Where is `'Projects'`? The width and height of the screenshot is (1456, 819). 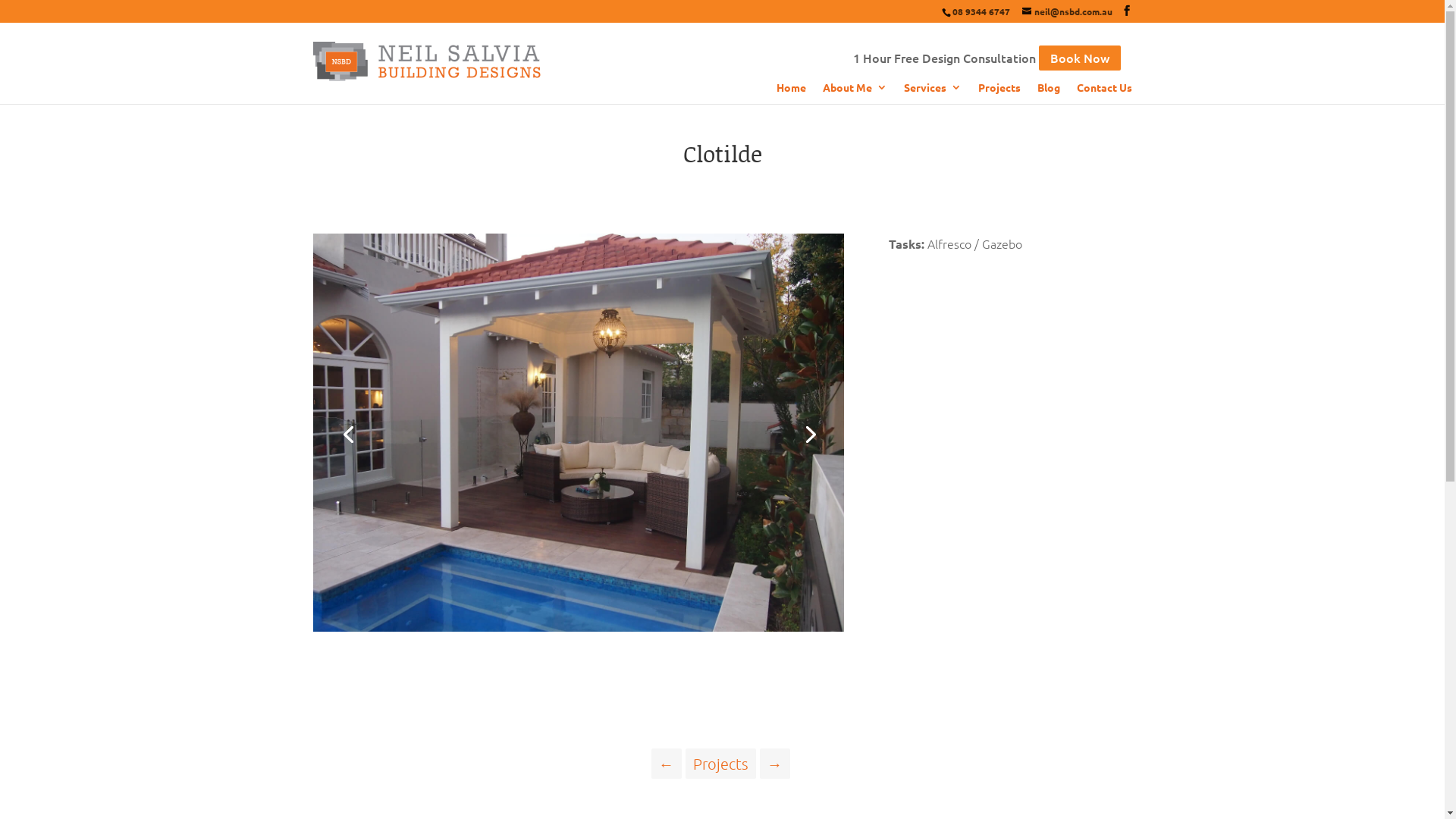 'Projects' is located at coordinates (684, 763).